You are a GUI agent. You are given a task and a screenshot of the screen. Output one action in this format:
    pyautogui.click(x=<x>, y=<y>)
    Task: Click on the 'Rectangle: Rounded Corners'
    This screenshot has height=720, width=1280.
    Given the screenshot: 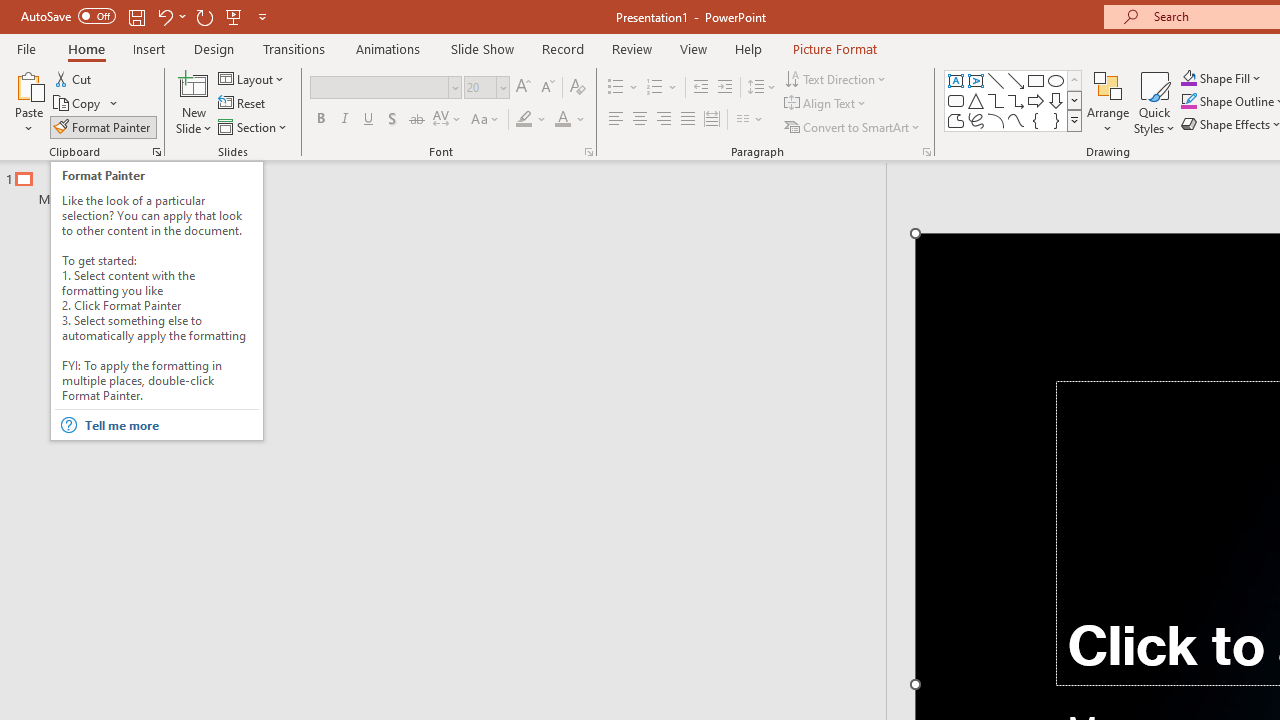 What is the action you would take?
    pyautogui.click(x=955, y=100)
    